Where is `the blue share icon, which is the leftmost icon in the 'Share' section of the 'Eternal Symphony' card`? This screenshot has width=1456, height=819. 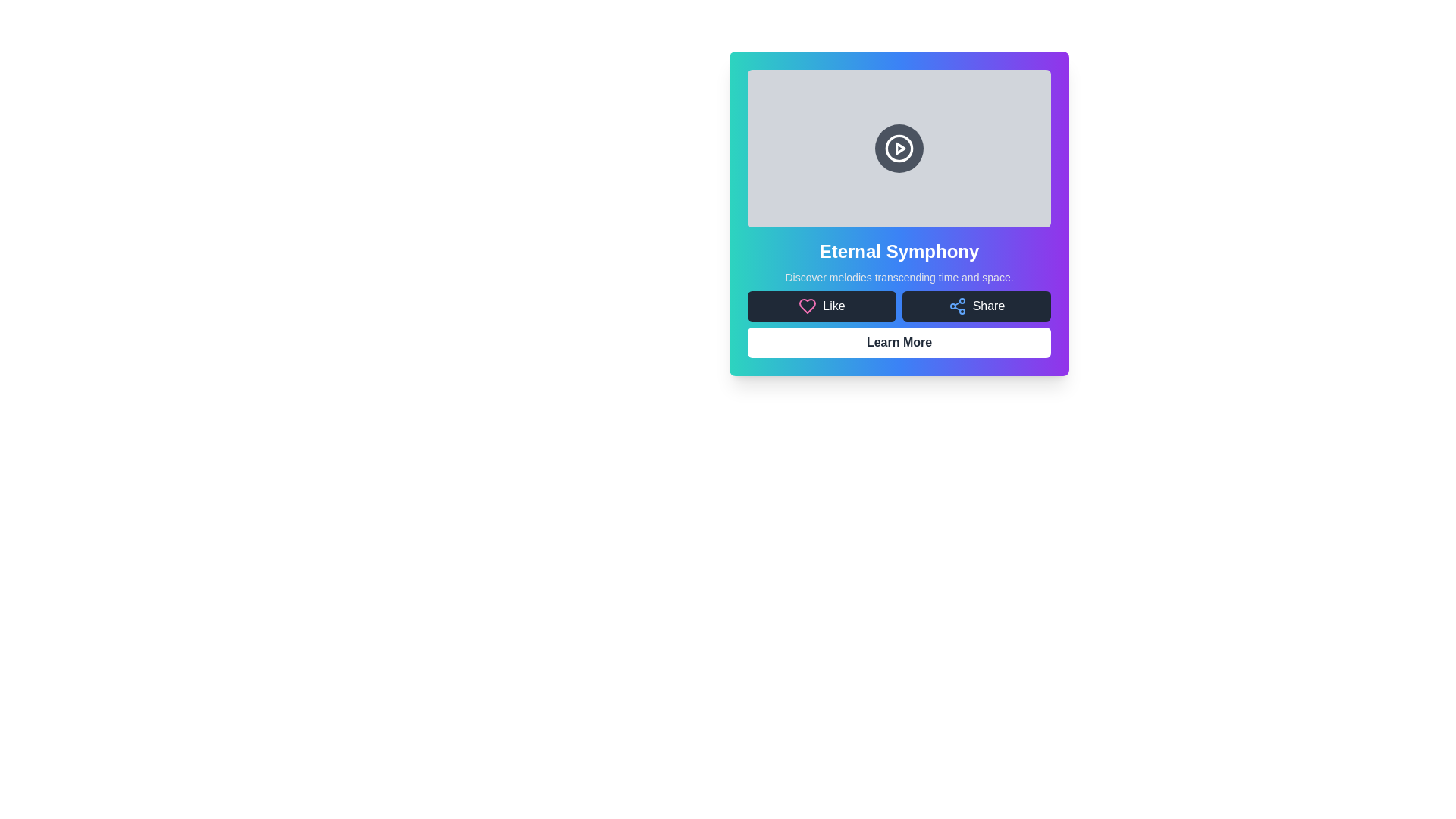 the blue share icon, which is the leftmost icon in the 'Share' section of the 'Eternal Symphony' card is located at coordinates (956, 306).